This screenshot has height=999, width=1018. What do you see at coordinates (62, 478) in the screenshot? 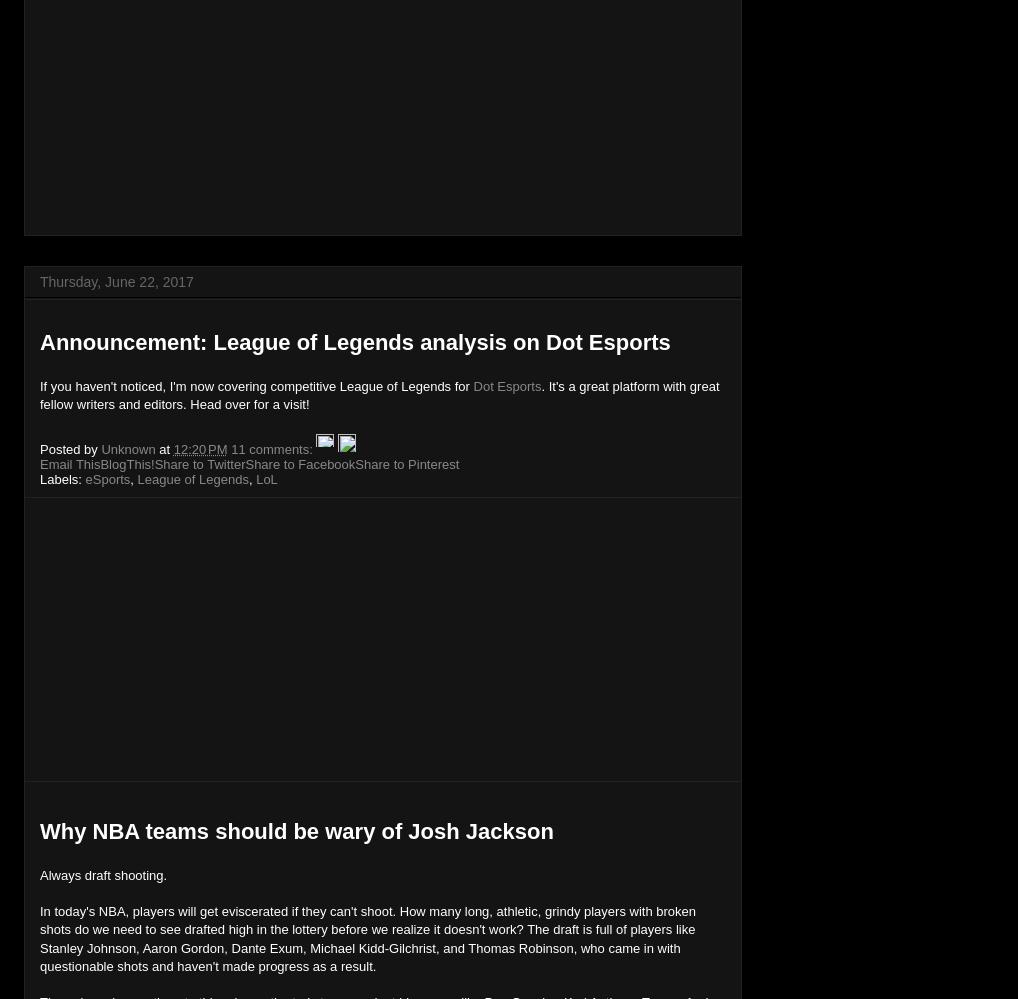
I see `'Labels:'` at bounding box center [62, 478].